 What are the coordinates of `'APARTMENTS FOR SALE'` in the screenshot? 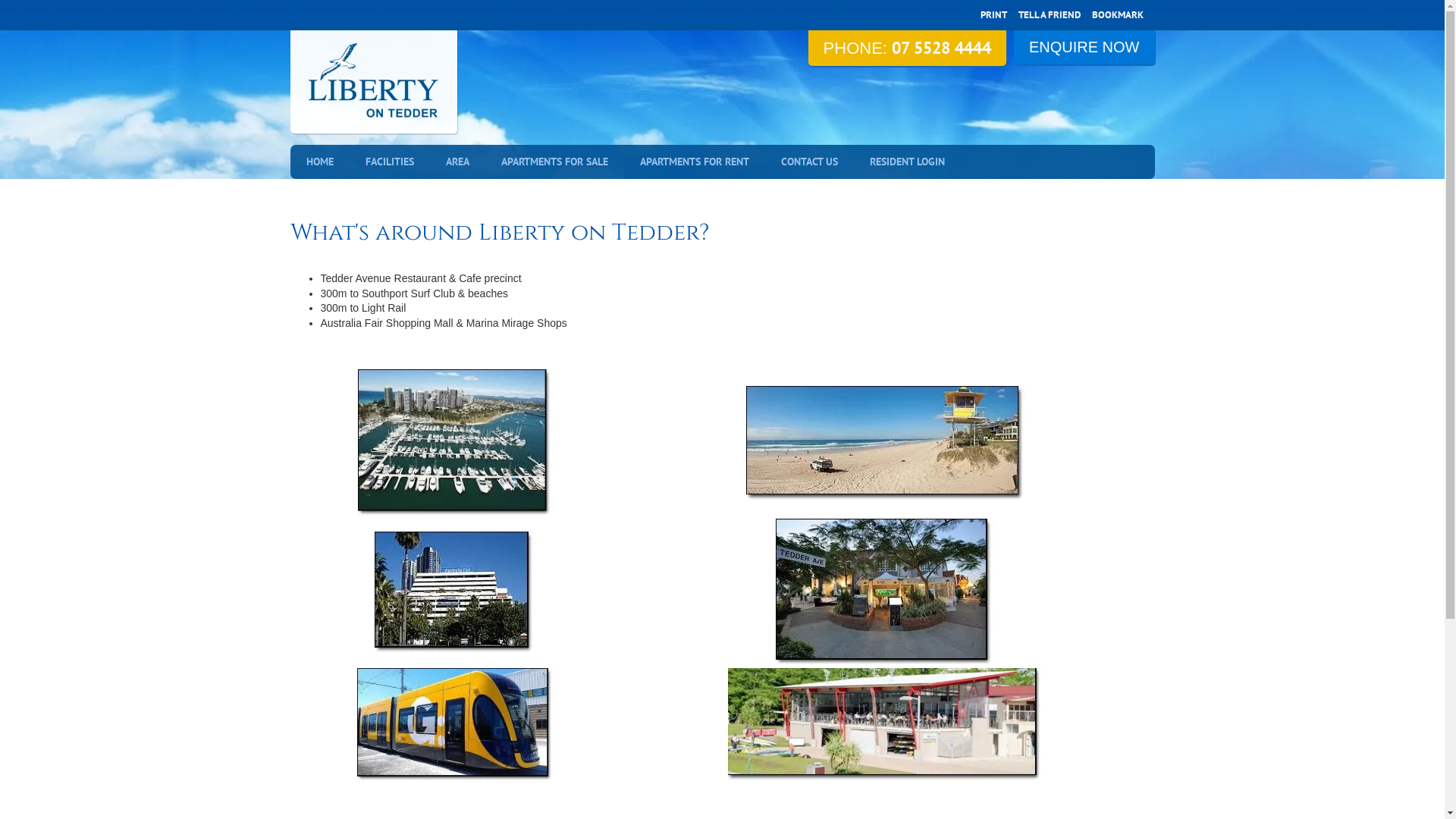 It's located at (554, 162).